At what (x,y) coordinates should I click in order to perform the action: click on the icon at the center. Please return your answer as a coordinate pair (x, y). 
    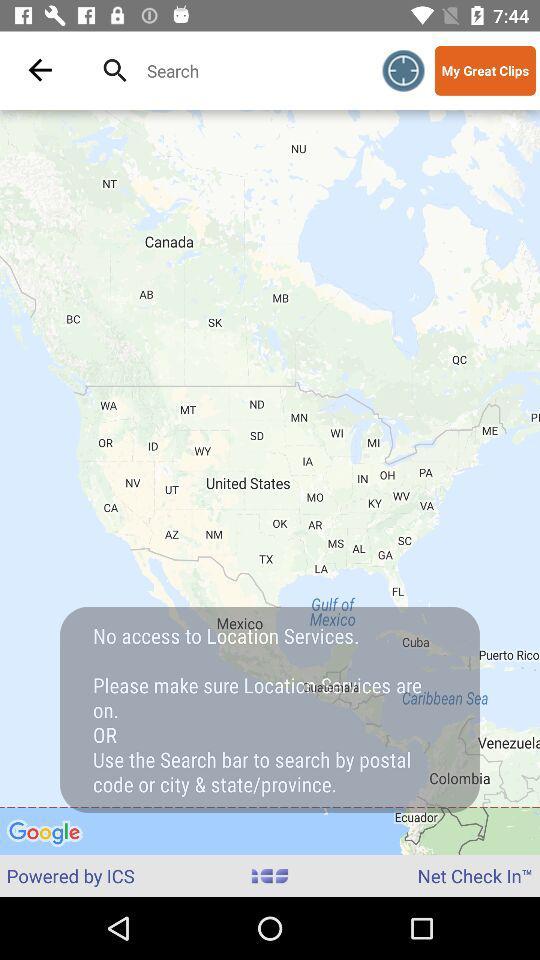
    Looking at the image, I should click on (270, 481).